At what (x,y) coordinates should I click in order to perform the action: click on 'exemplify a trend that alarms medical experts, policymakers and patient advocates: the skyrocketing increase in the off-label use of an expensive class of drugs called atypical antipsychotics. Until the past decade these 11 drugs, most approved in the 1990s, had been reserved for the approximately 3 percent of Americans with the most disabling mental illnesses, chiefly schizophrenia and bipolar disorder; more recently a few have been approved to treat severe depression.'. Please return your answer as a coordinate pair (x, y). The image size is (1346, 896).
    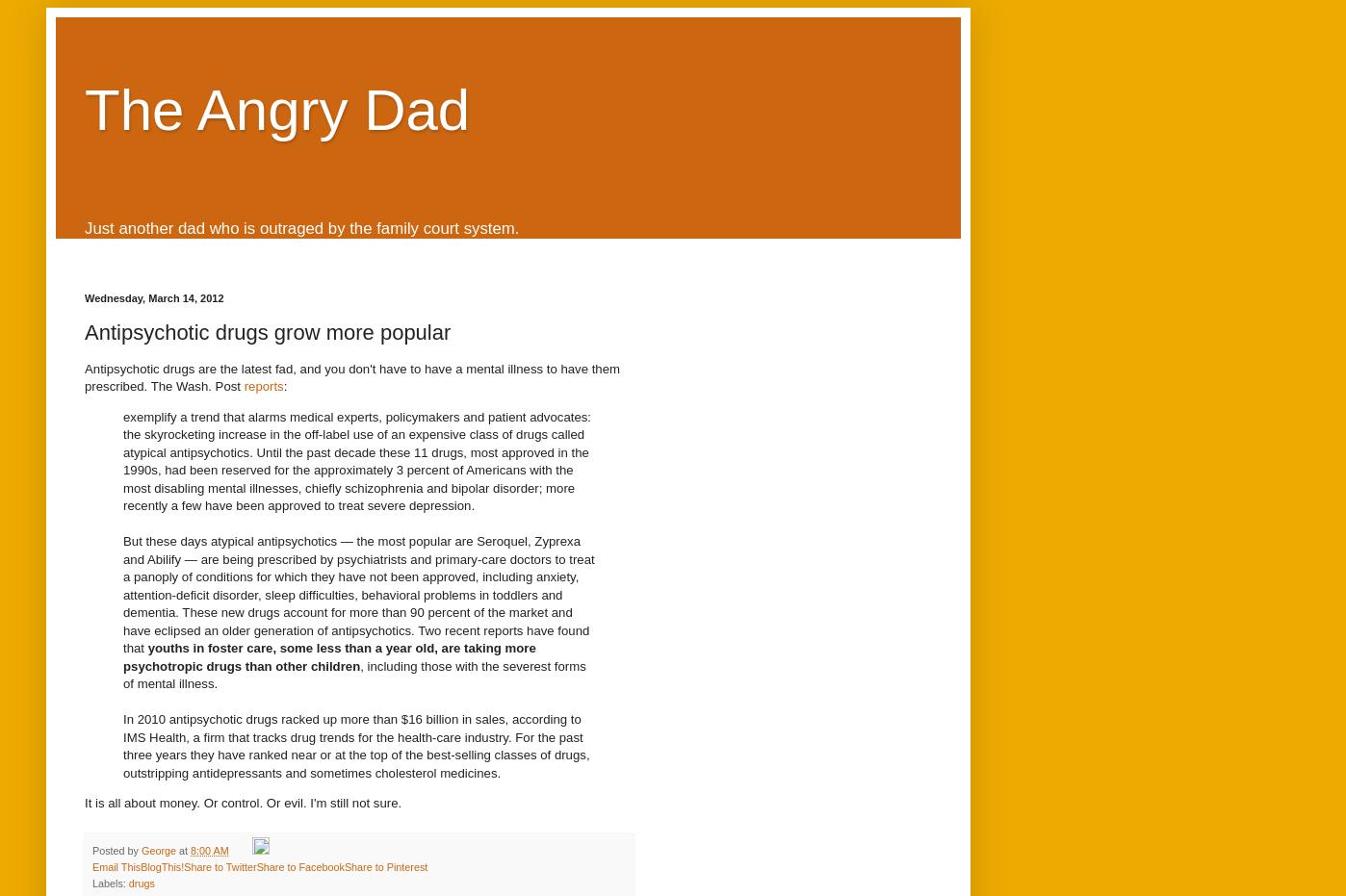
    Looking at the image, I should click on (355, 460).